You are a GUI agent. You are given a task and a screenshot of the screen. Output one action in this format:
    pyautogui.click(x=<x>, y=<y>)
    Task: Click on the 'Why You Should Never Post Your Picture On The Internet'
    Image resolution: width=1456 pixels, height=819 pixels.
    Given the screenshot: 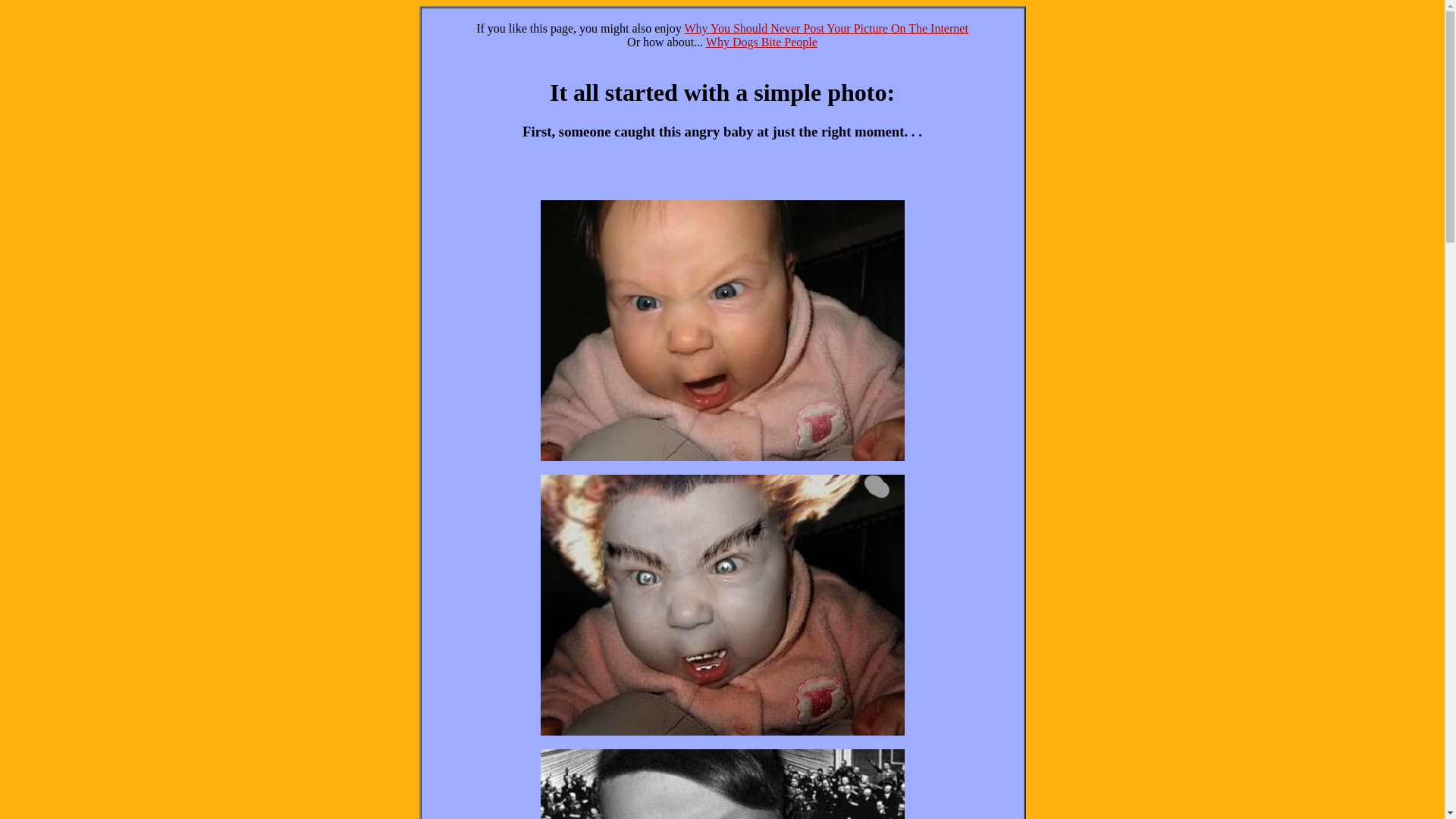 What is the action you would take?
    pyautogui.click(x=825, y=28)
    